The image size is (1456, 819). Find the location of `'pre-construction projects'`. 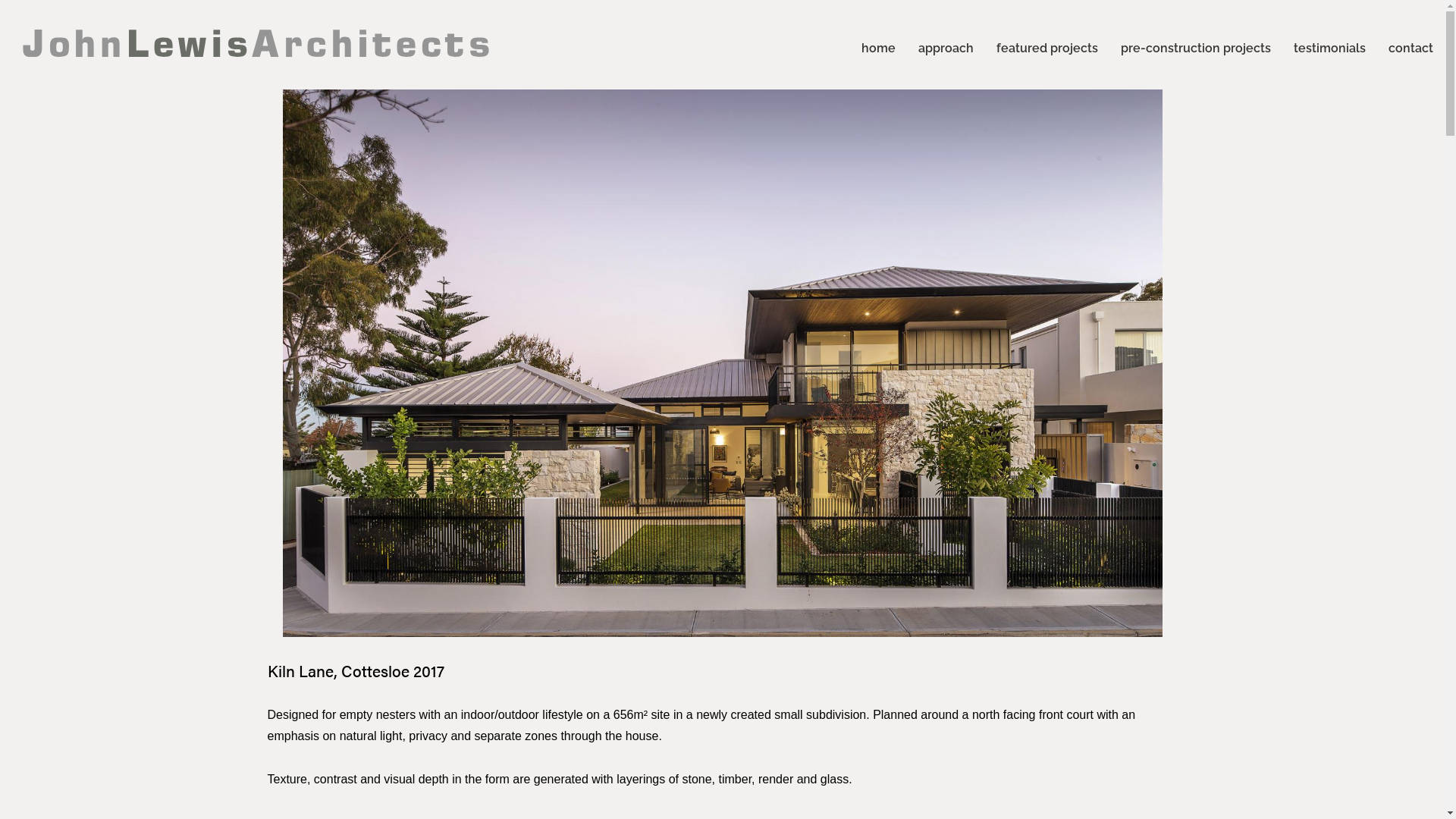

'pre-construction projects' is located at coordinates (1195, 45).